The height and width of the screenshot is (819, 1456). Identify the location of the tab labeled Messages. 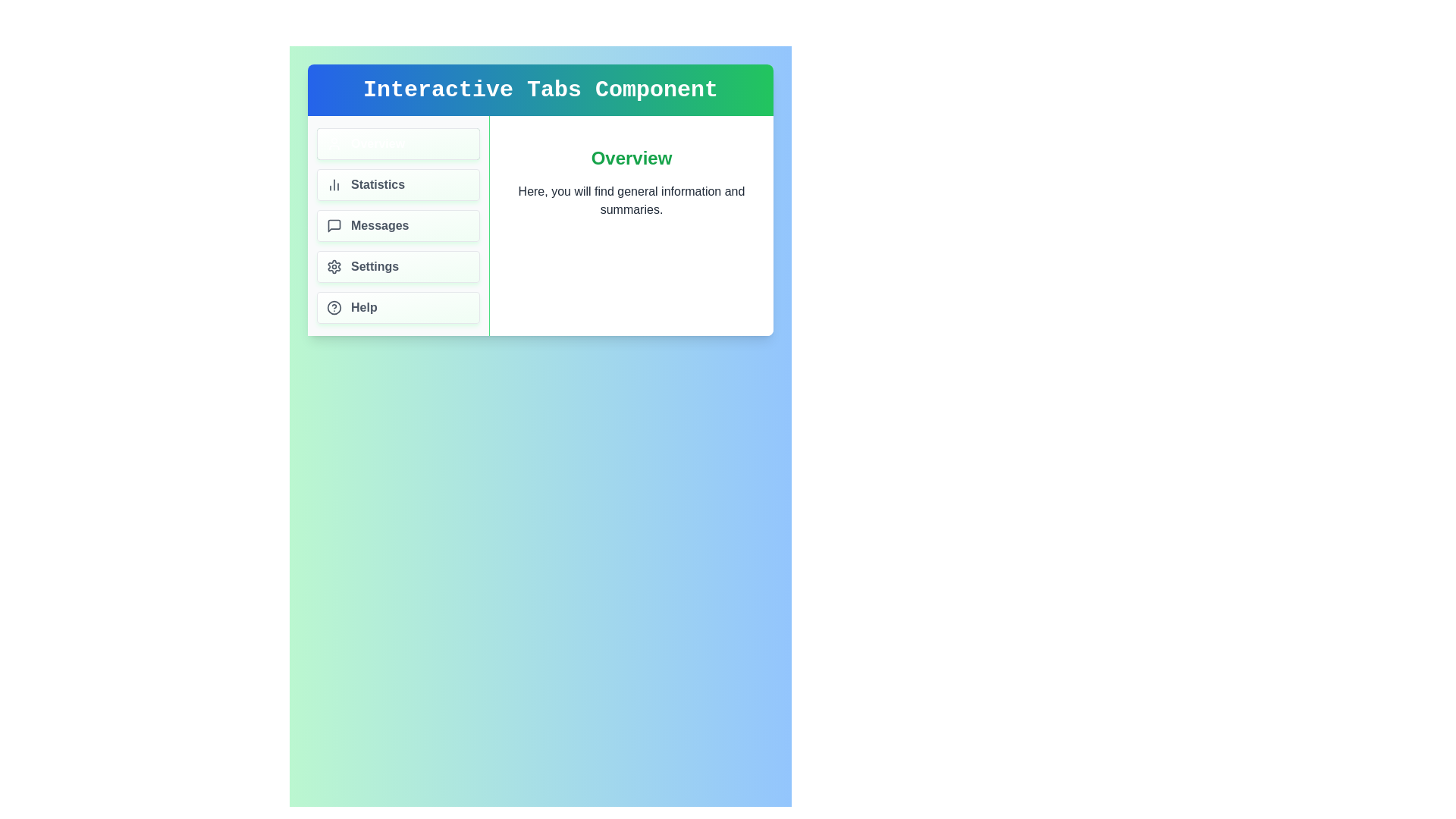
(398, 225).